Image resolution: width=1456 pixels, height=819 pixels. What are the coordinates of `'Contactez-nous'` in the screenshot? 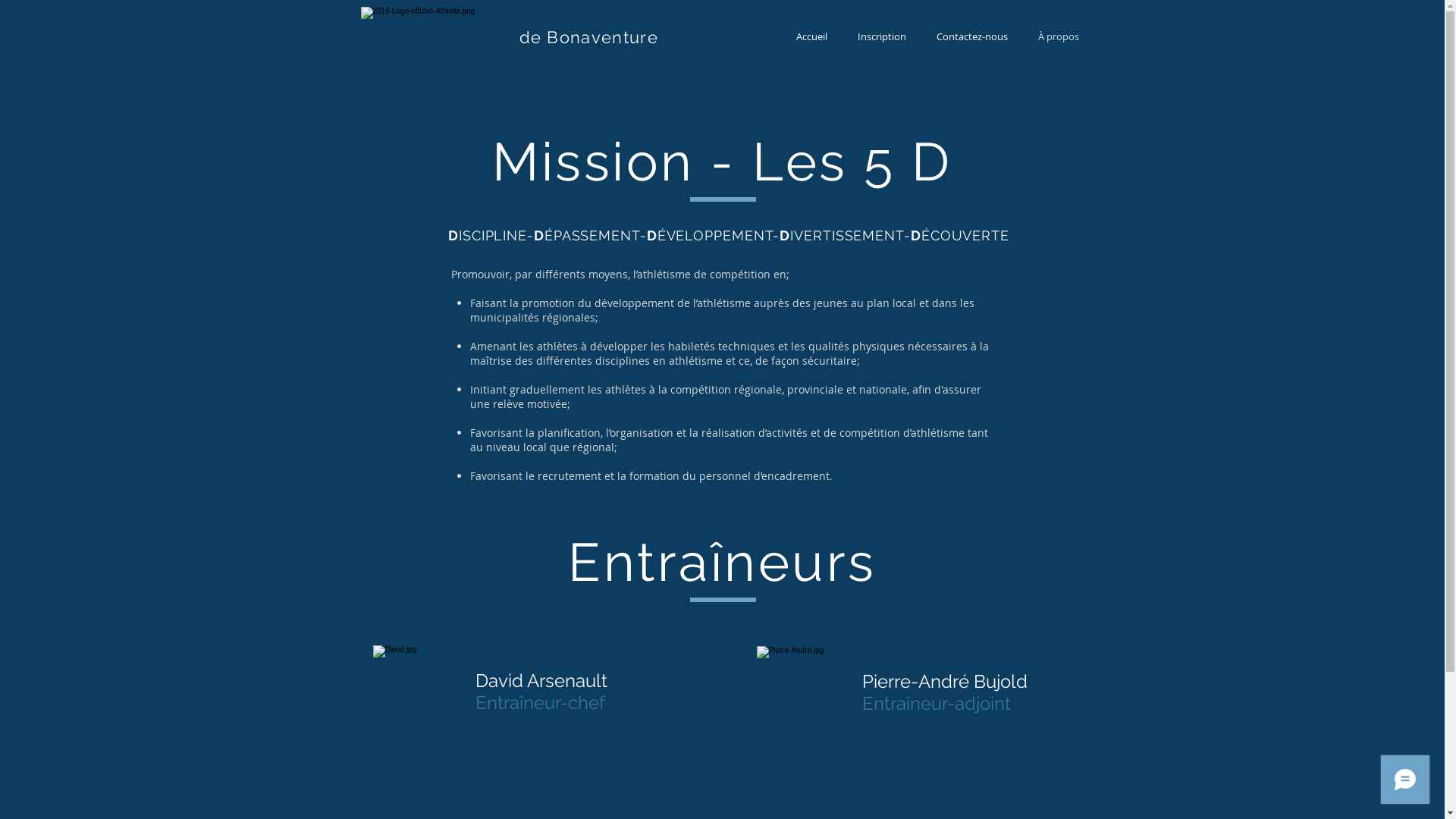 It's located at (920, 36).